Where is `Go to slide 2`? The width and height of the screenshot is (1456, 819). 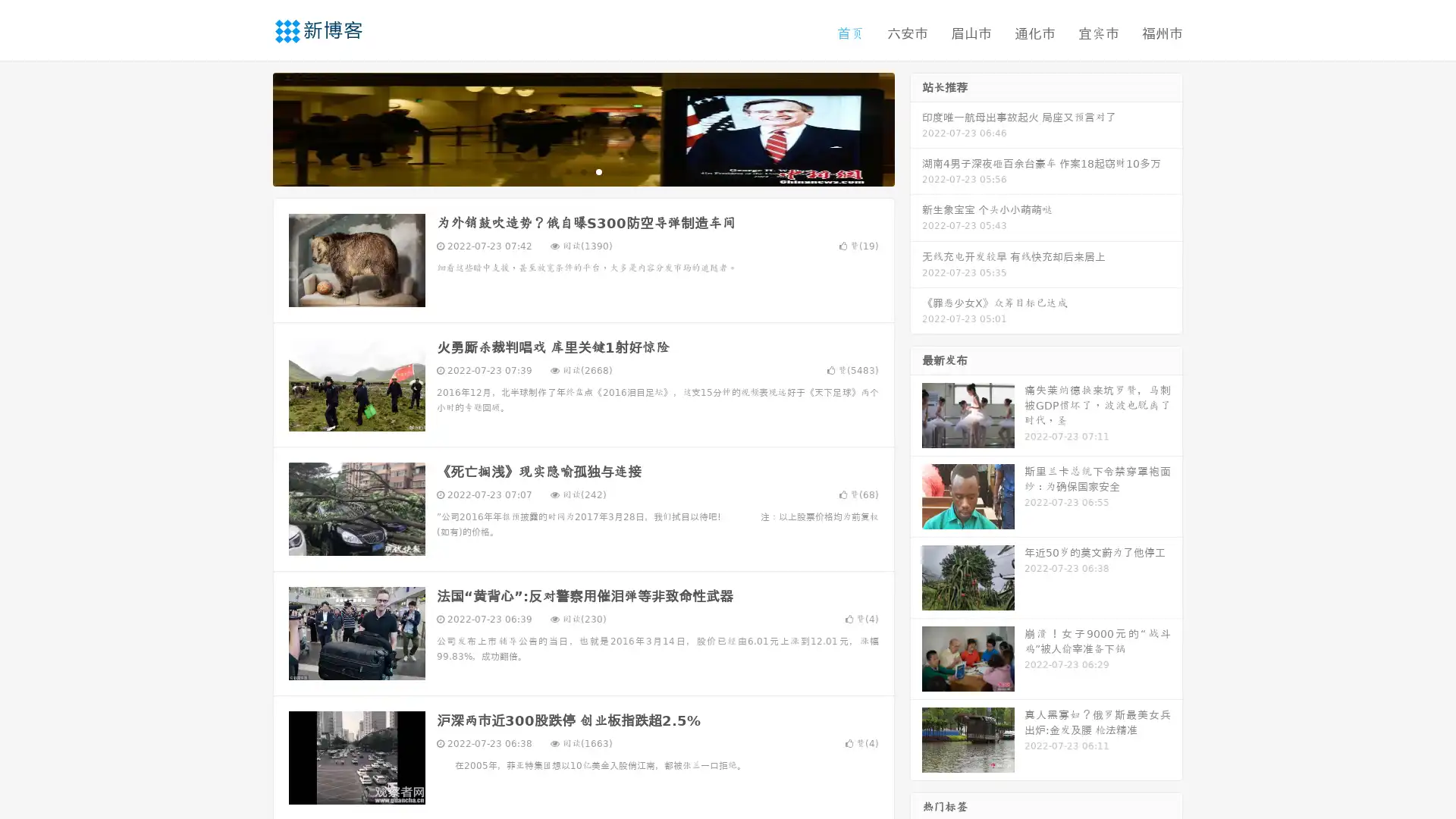
Go to slide 2 is located at coordinates (582, 171).